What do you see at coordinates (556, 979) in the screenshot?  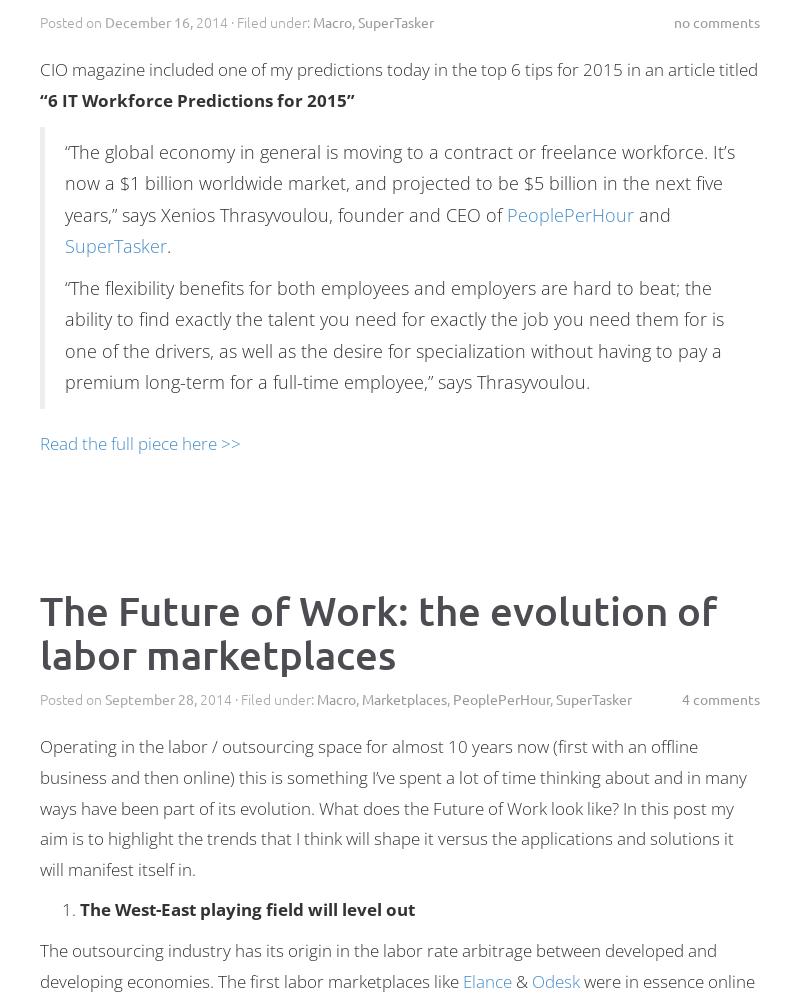 I see `'Odesk'` at bounding box center [556, 979].